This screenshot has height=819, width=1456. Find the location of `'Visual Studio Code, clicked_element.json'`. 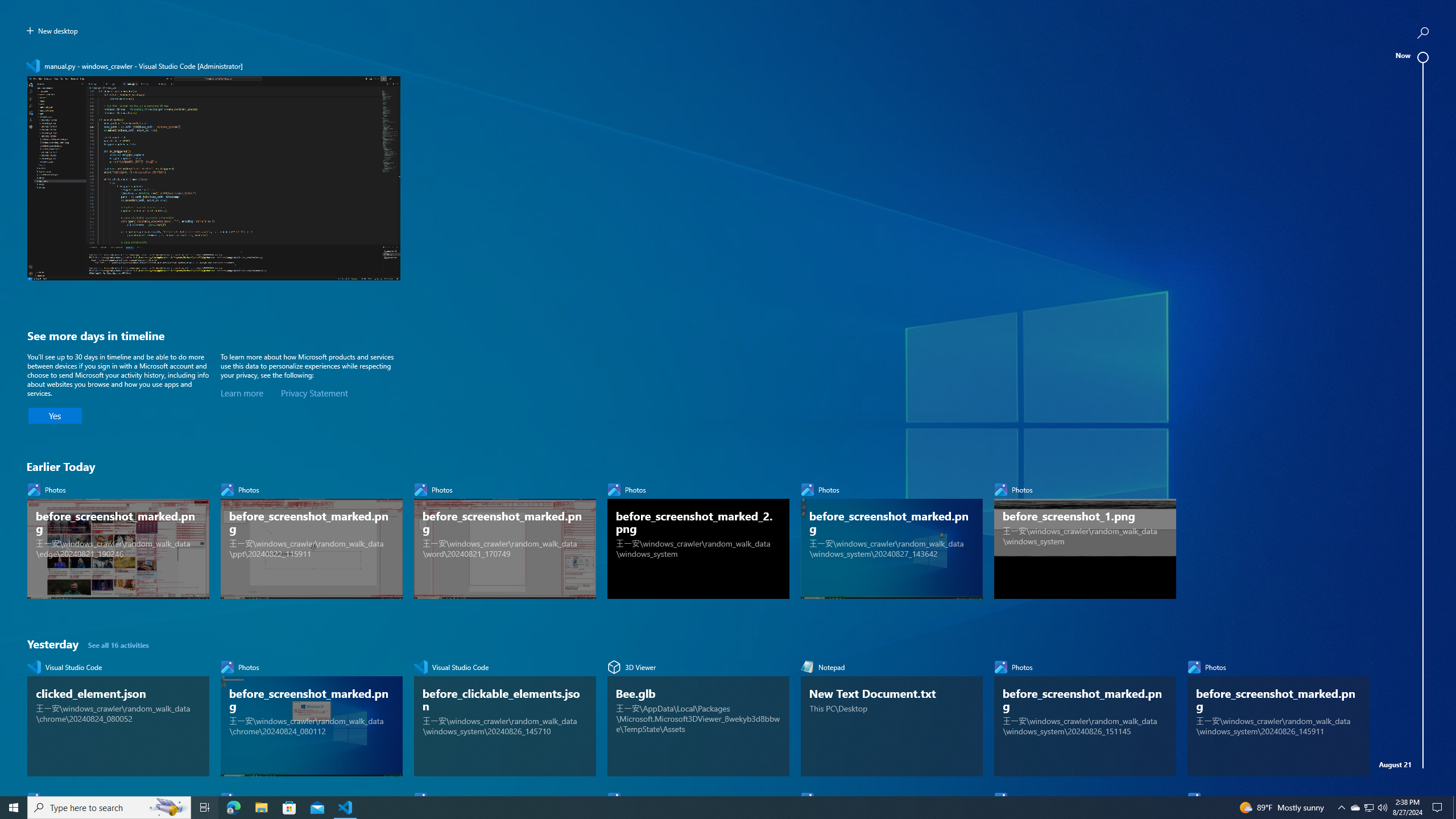

'Visual Studio Code, clicked_element.json' is located at coordinates (118, 716).